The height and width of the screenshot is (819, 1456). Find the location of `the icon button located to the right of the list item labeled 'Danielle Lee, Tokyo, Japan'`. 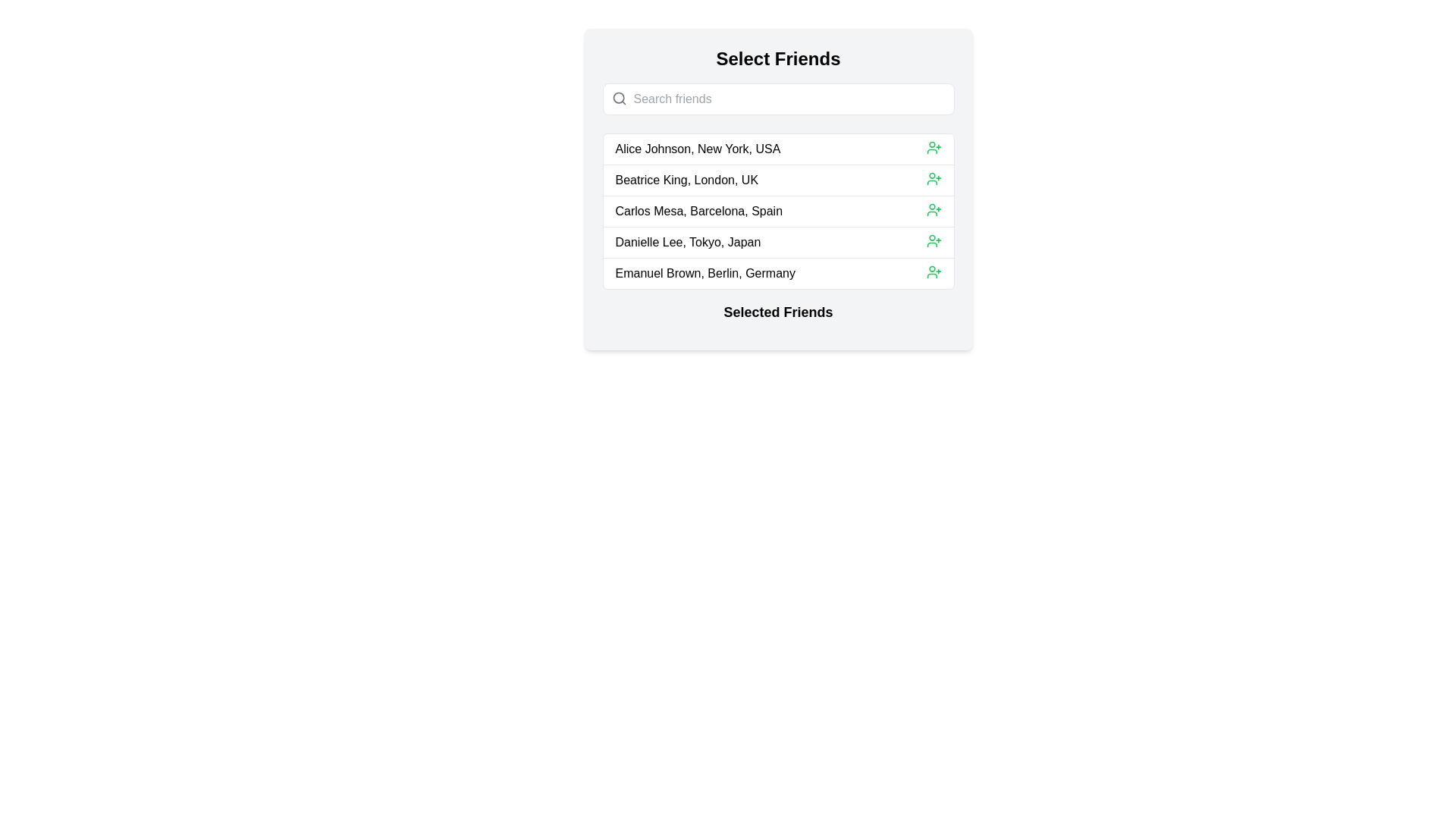

the icon button located to the right of the list item labeled 'Danielle Lee, Tokyo, Japan' is located at coordinates (933, 240).